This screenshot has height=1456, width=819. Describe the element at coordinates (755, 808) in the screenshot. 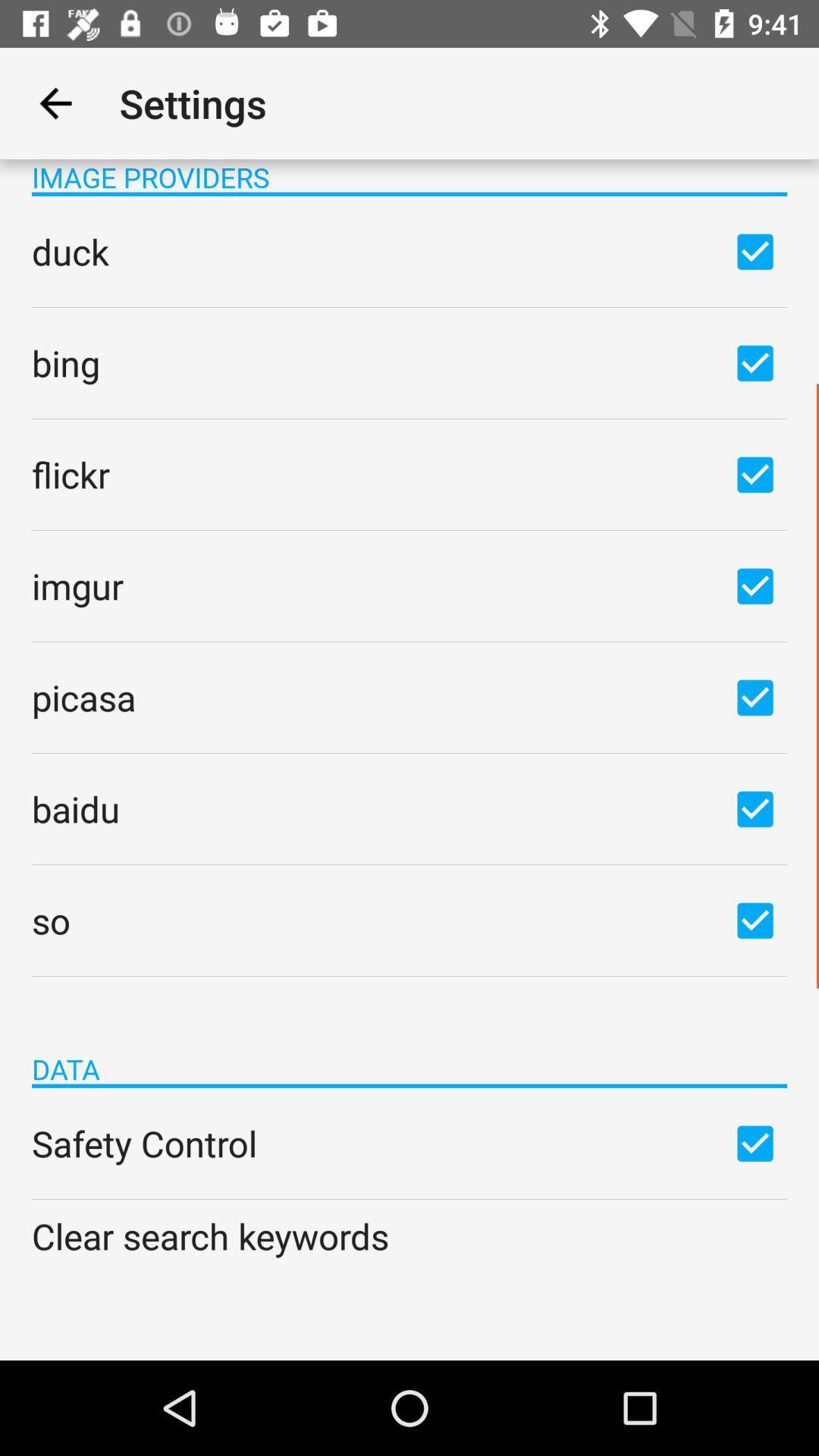

I see `select/unselect option` at that location.